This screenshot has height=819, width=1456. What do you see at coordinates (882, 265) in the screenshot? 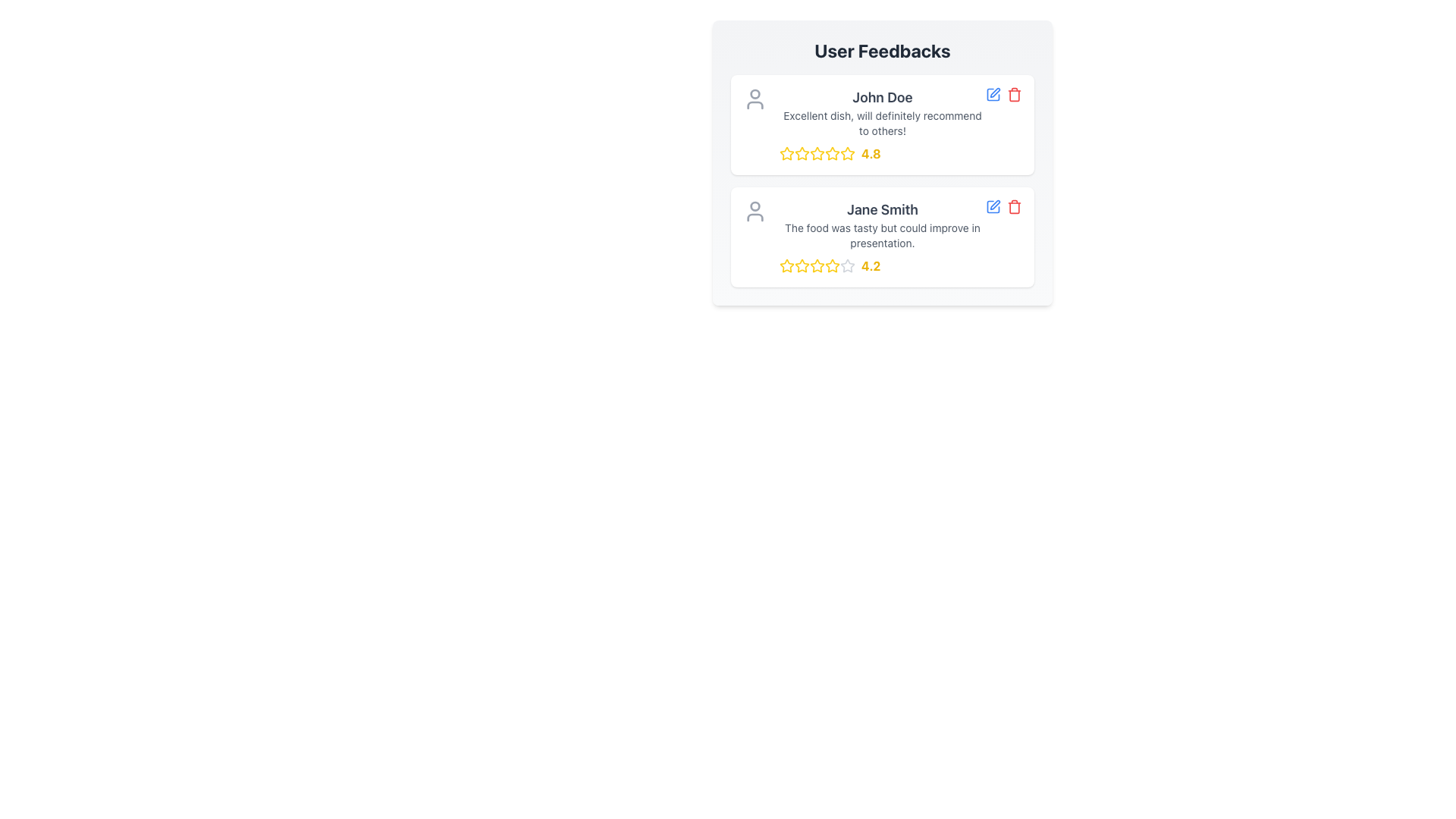
I see `the rating display for 'Jane Smith', which consists of a series of stars and a bold yellow rating number '4.2', located at the bottom section of the feedback block` at bounding box center [882, 265].